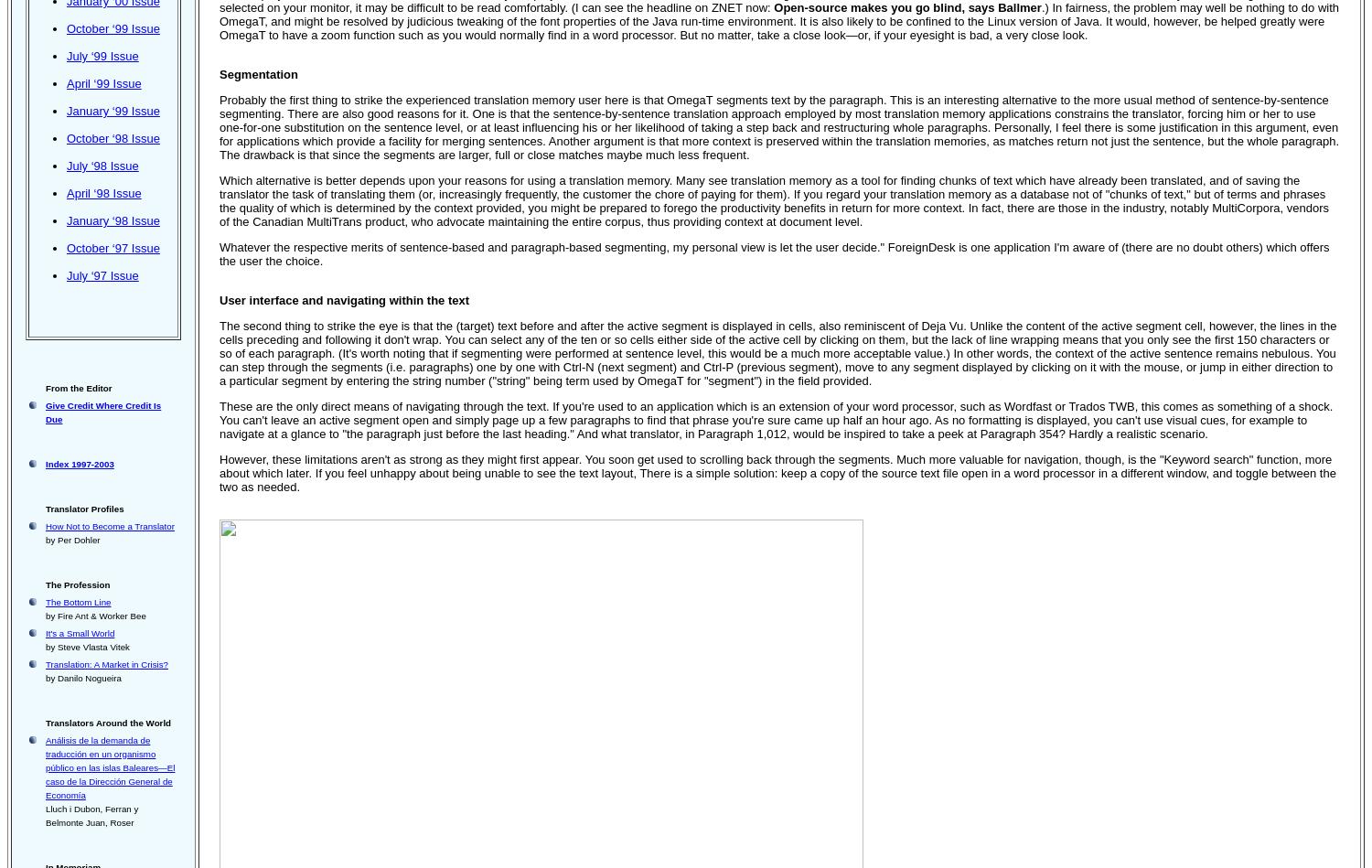 This screenshot has height=868, width=1372. I want to click on 'The second thing to strike the eye is that the (target) text before and after the active segment is displayed in cells, also reminiscent of Deja Vu. Unlike the content of the active segment cell, however, the lines in the cells preceding and following it don't wrap. You can select any of the ten or so cells either side of the active cell by clicking on them, but the lack of line wrapping means that you only see the first 150 characters or so of each paragraph. (It's worth noting that if segmenting were performed at sentence level, this would be a much more acceptable value.) In other words, the context of the active sentence remains nebulous. You can step through the segments (i.e. paragraphs) one by one with Ctrl-N (next segment) and Ctrl-P (previous segment), move to any segment displayed by clicking on it with the mouse, or jump in either direction to a particular segment by entering the string number ("string" being term used by OmegaT for "segment") in the field provided.', so click(777, 353).